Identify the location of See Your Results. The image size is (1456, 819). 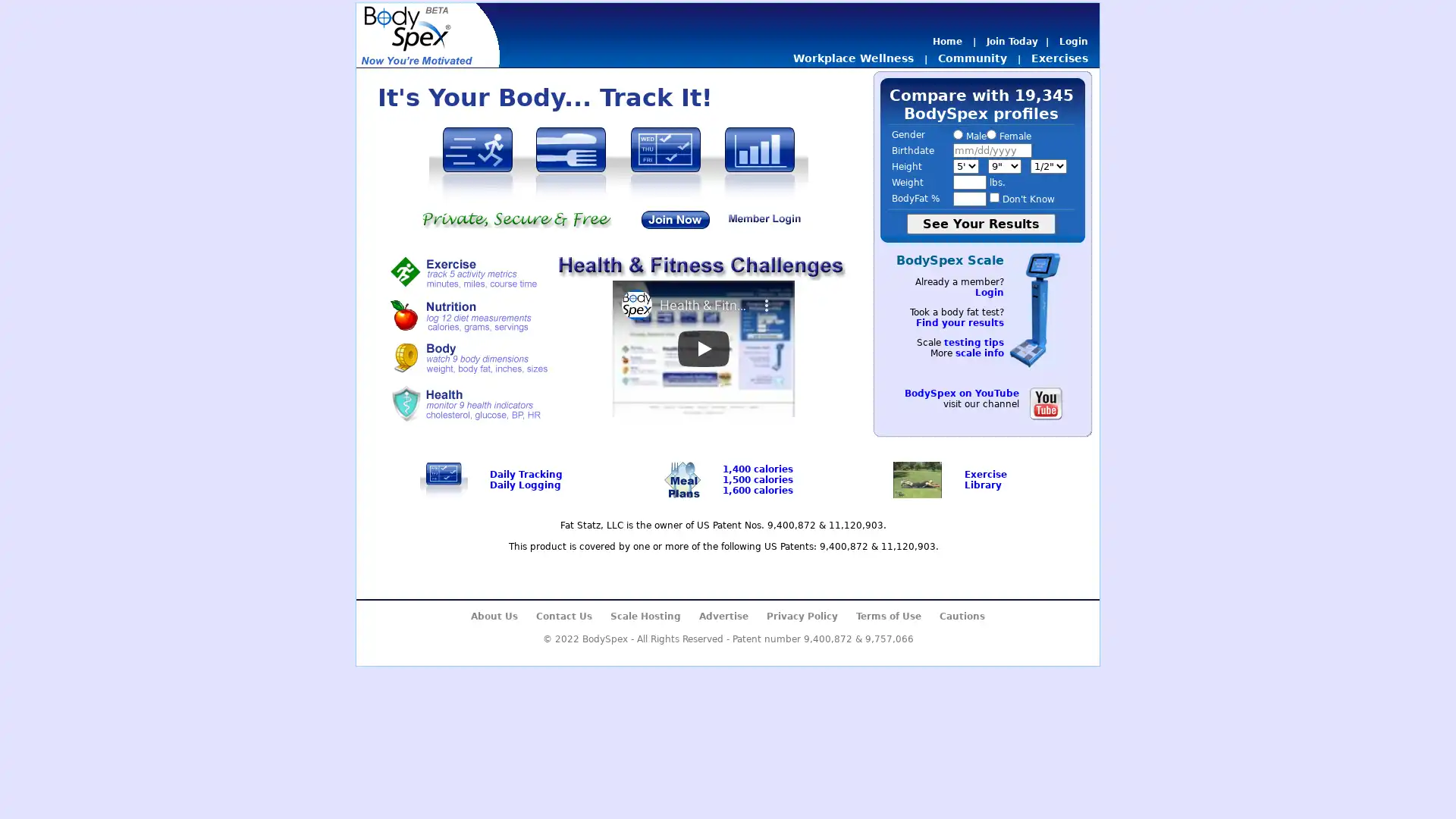
(981, 224).